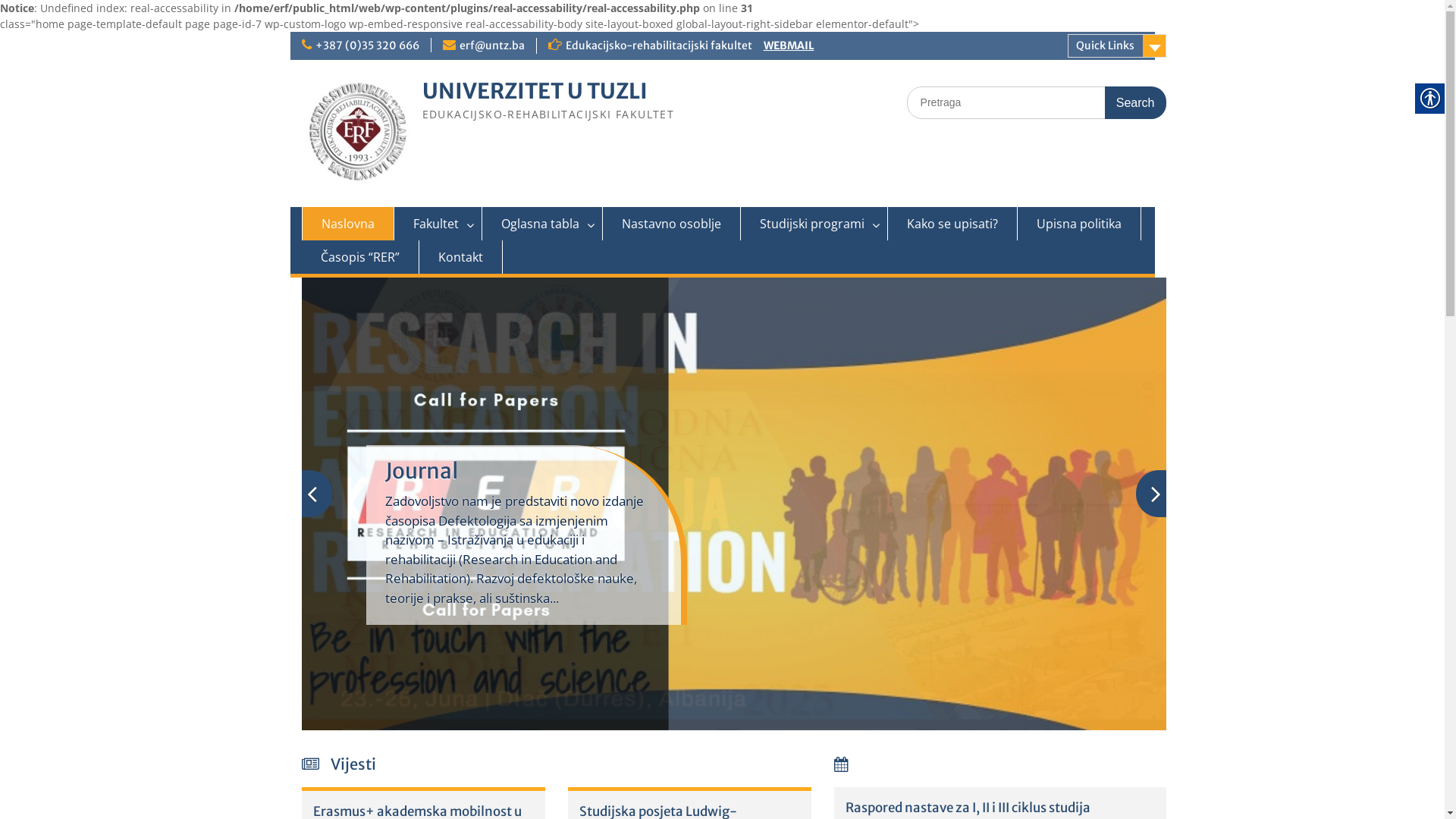  Describe the element at coordinates (458, 45) in the screenshot. I see `'erf@untz.ba'` at that location.